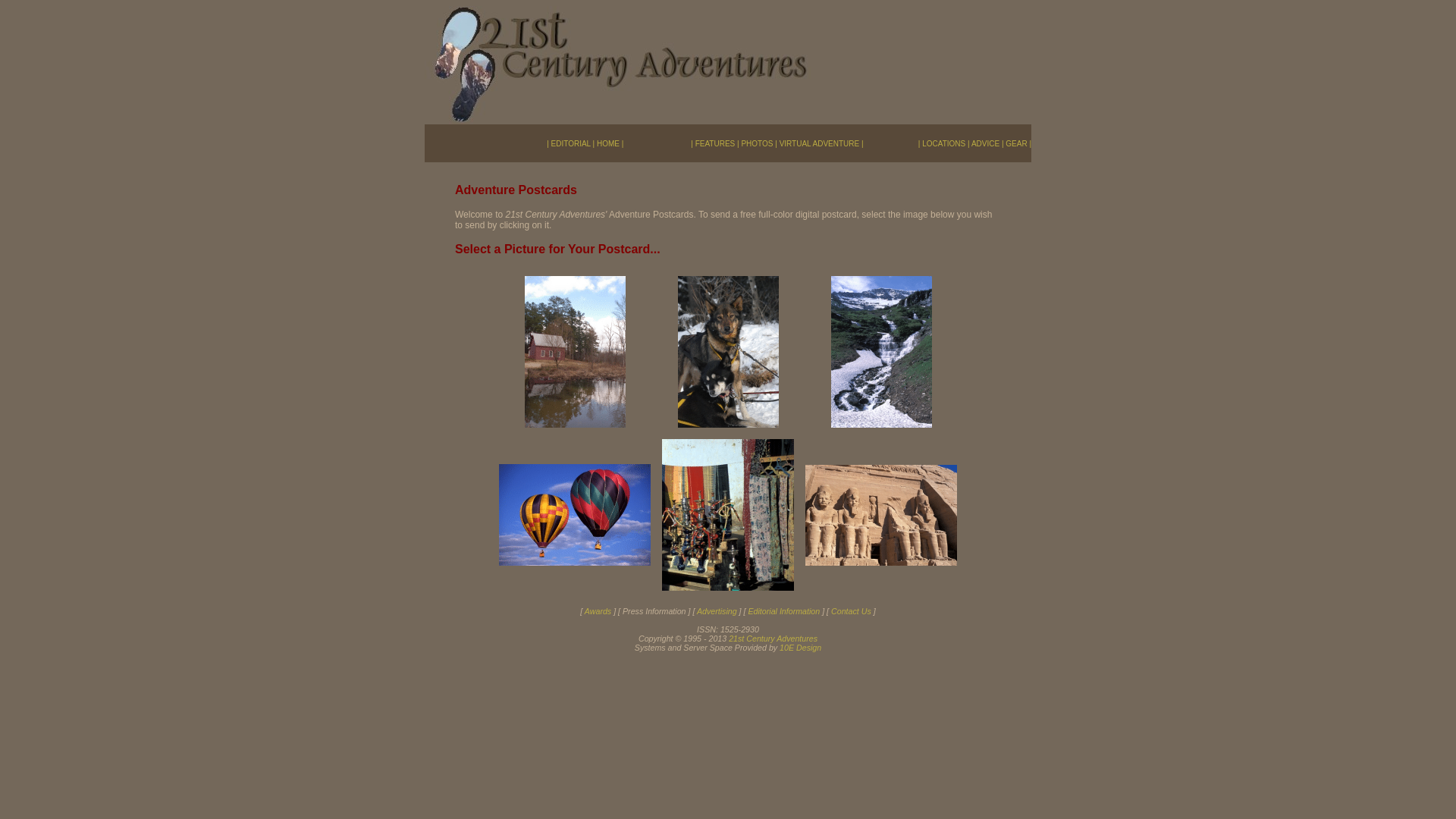 The width and height of the screenshot is (1456, 819). I want to click on 'Editorial Information', so click(747, 610).